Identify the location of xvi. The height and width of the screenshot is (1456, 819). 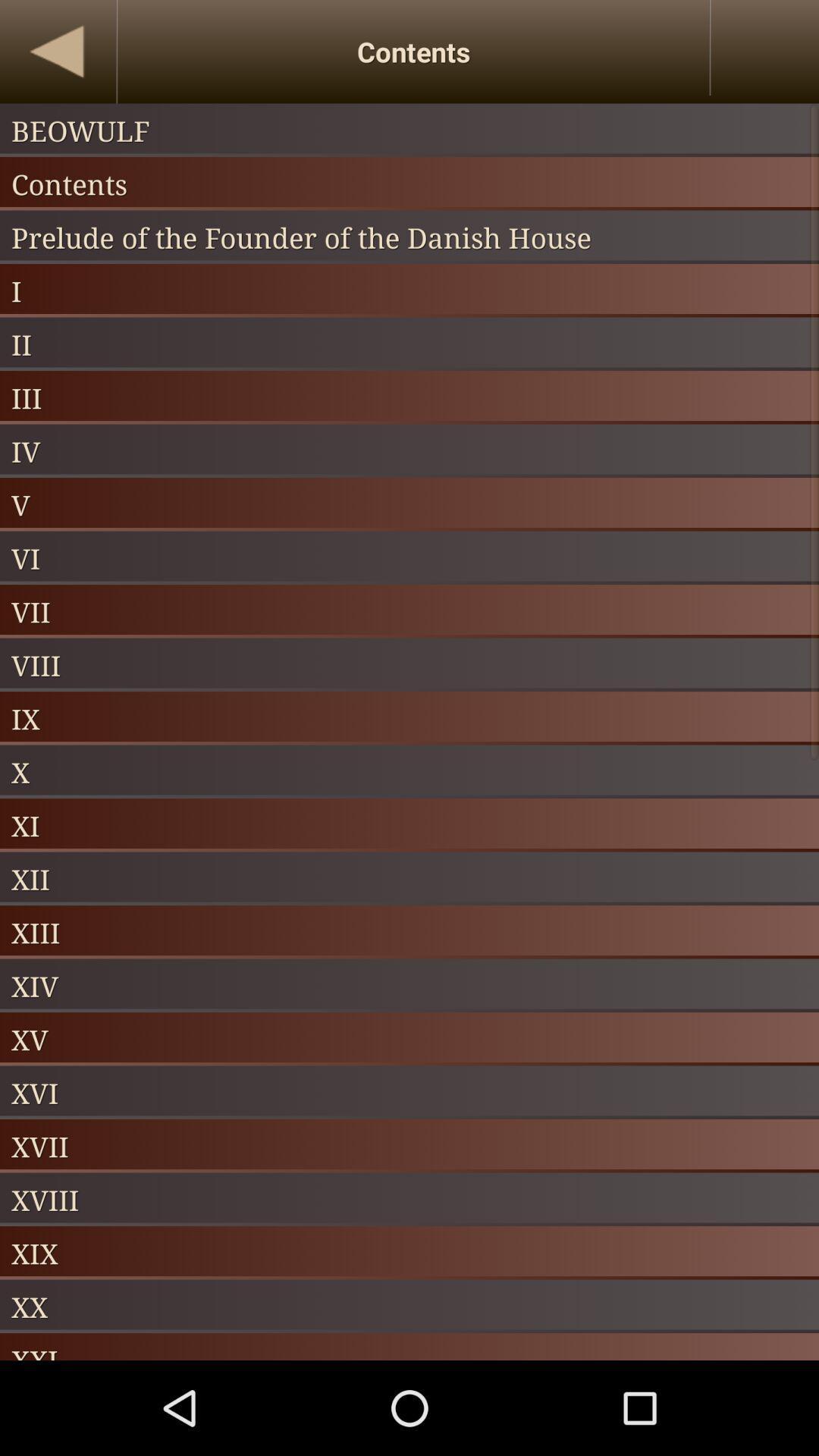
(409, 1093).